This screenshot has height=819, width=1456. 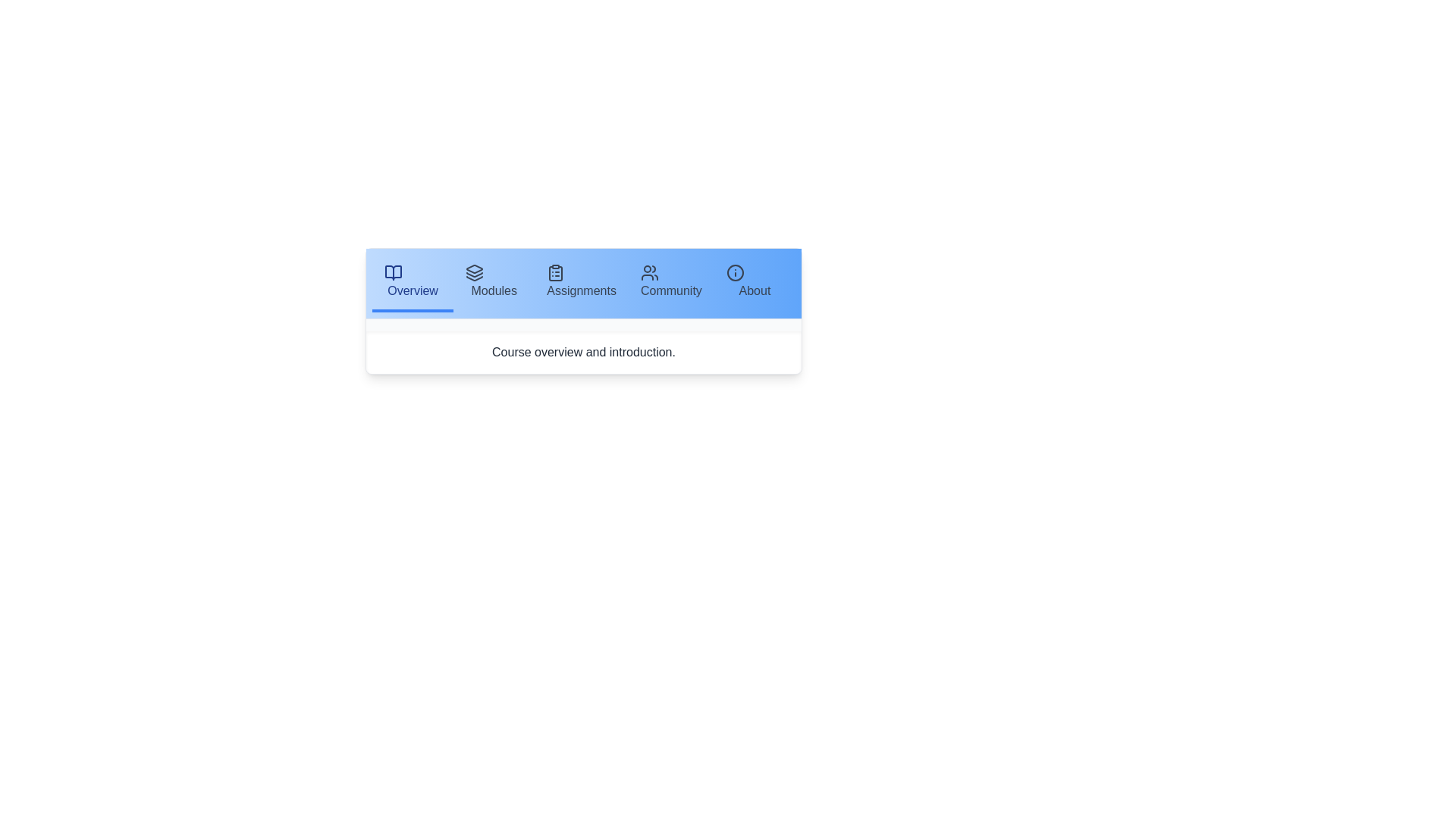 I want to click on the 'About' tab, which is a rectangular button with an information icon above the text, located at the far-right end of the navigation bar, so click(x=754, y=284).